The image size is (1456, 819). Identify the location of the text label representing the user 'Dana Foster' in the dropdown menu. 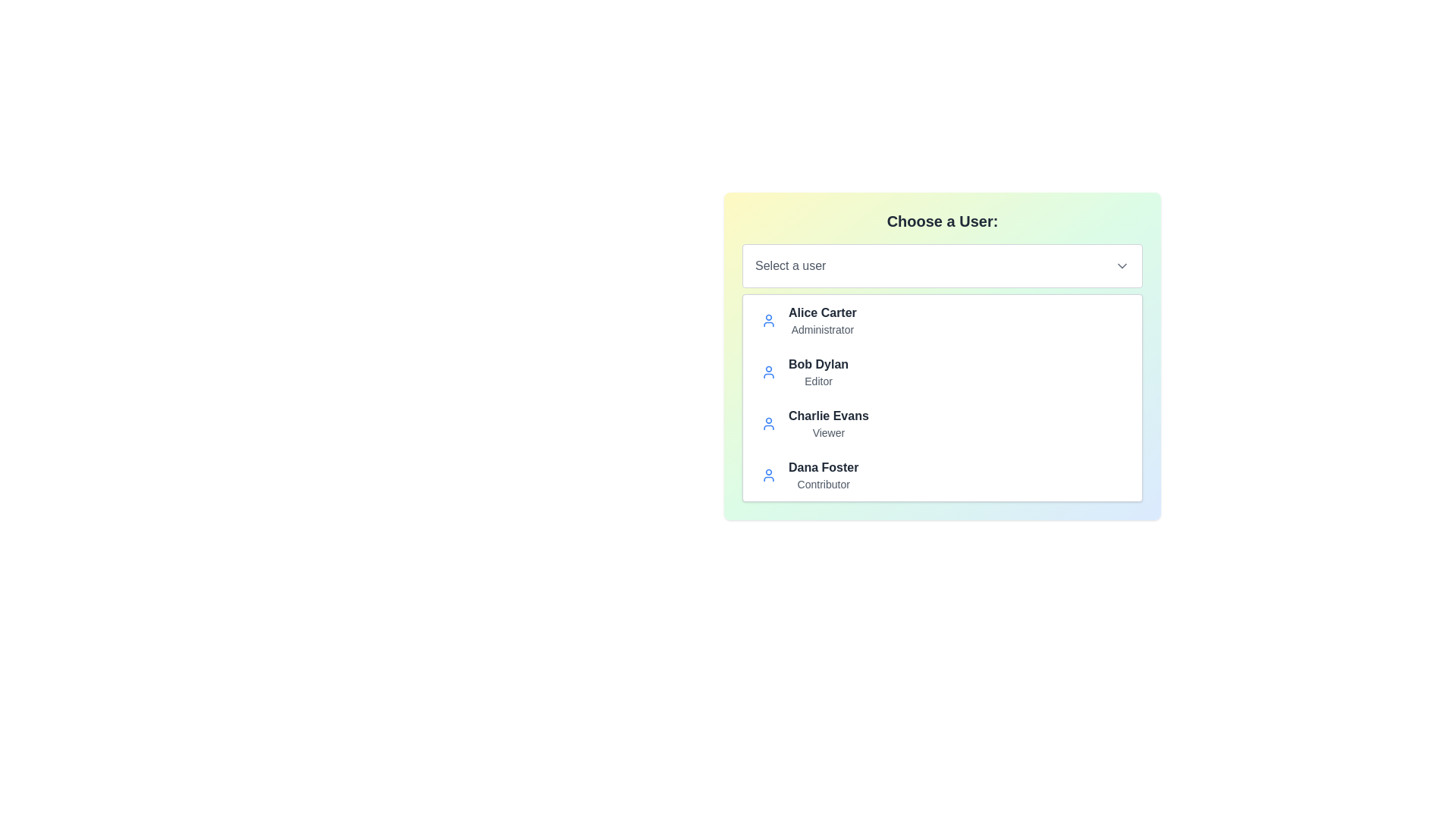
(823, 467).